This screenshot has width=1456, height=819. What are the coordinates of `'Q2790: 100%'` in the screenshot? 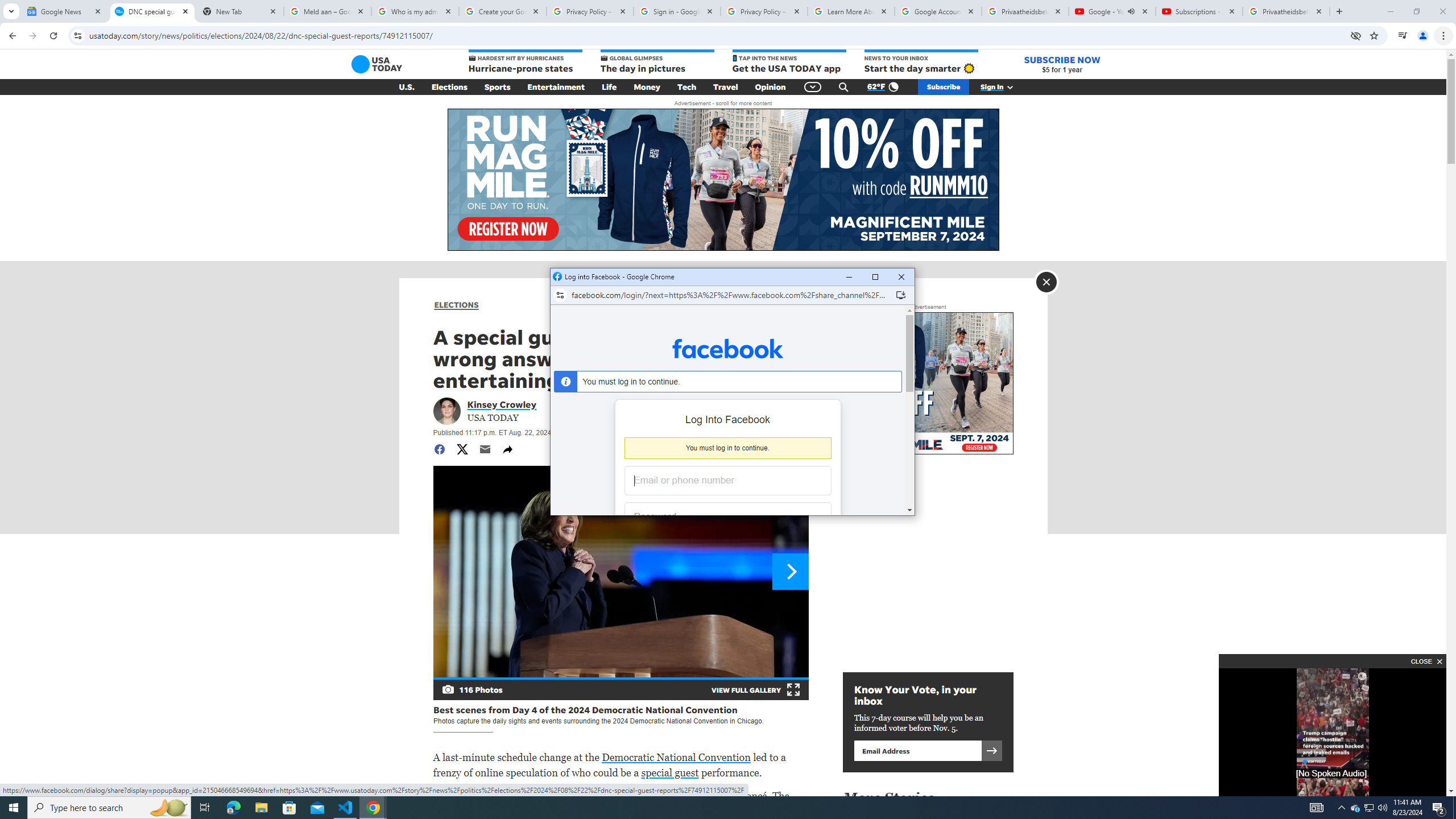 It's located at (1355, 806).